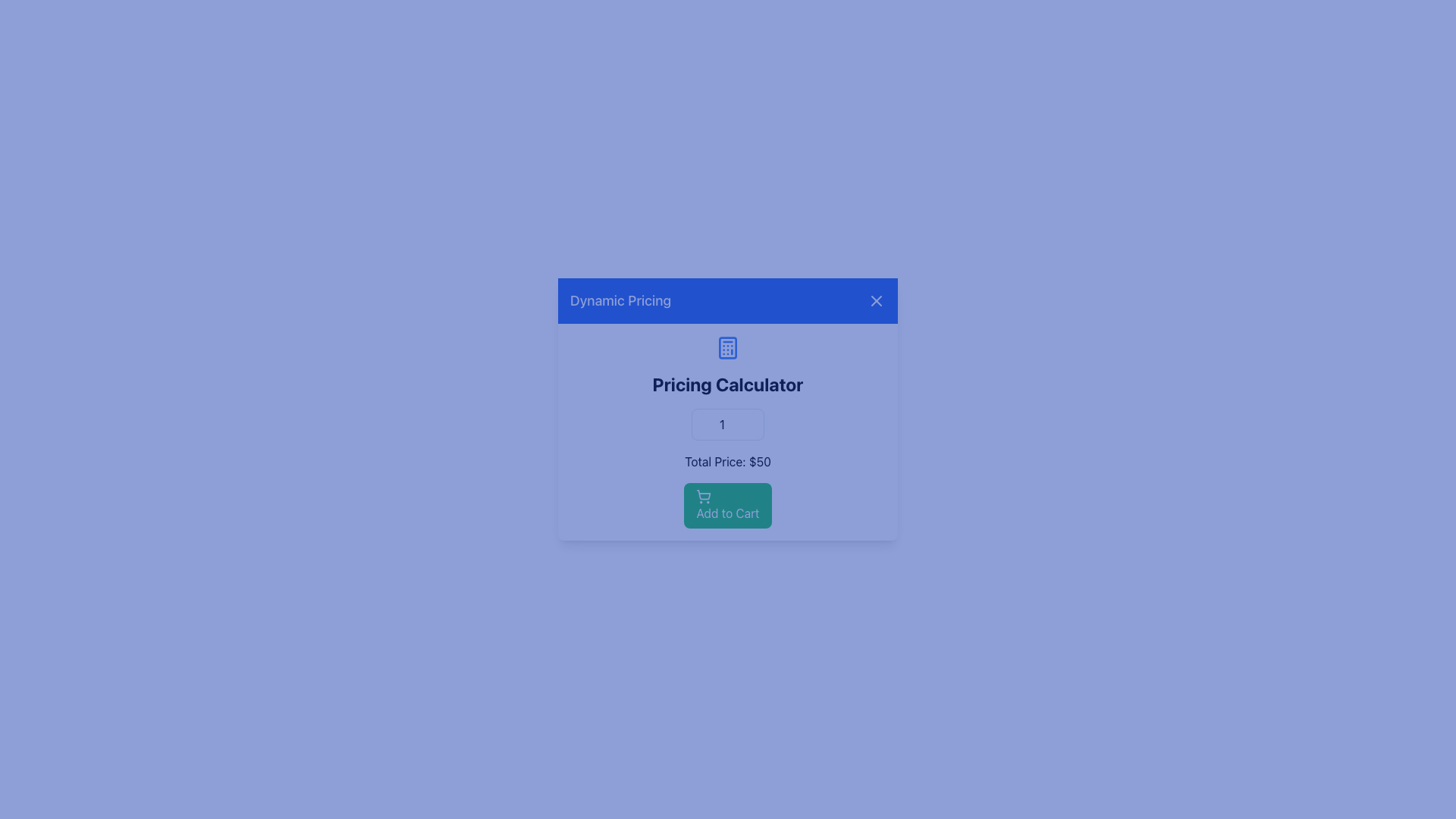 This screenshot has height=819, width=1456. Describe the element at coordinates (728, 506) in the screenshot. I see `the green rectangular button labeled 'Add to Cart' with a shopping cart icon` at that location.